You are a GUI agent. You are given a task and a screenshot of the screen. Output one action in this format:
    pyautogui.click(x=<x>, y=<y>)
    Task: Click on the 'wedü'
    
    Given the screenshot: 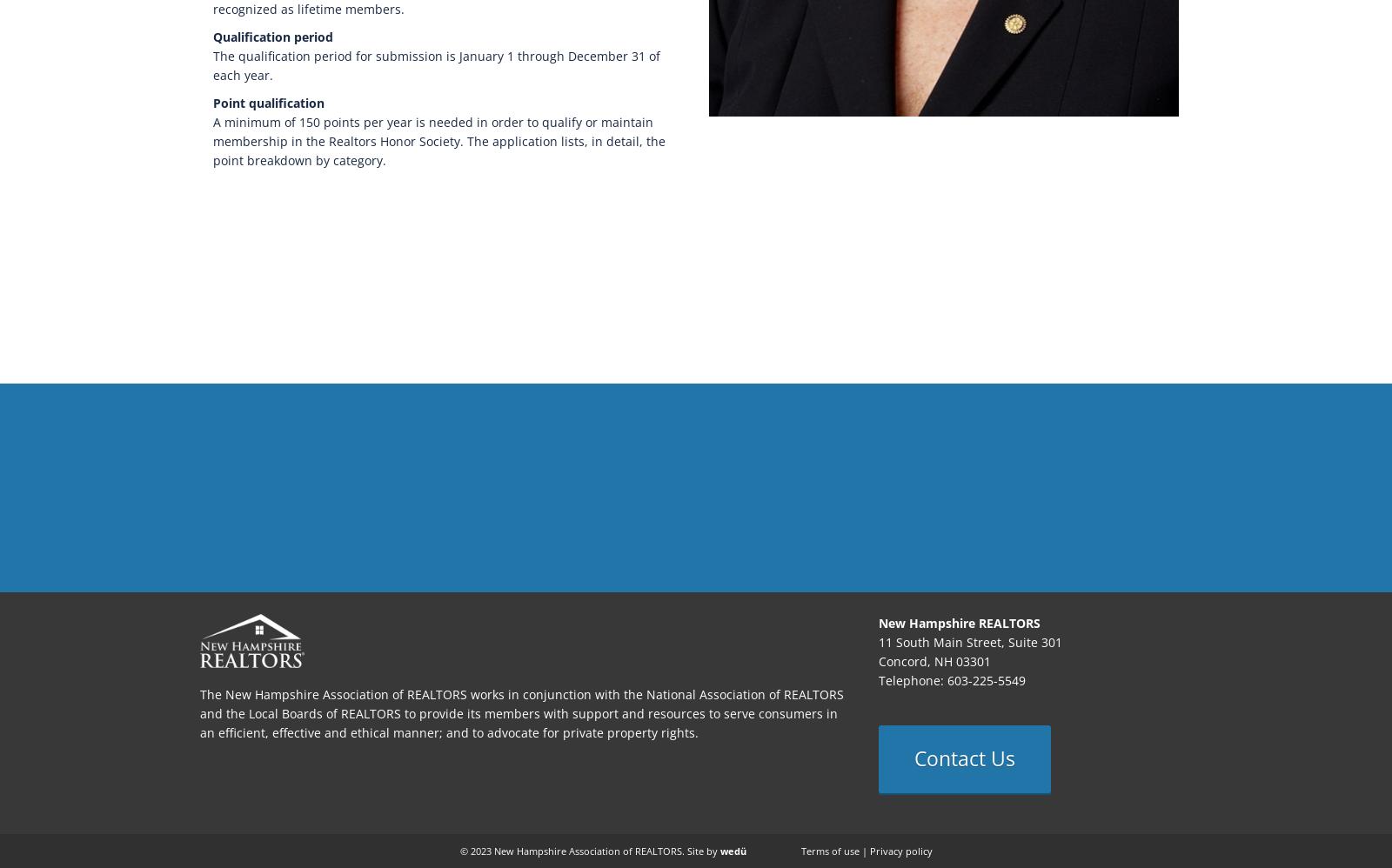 What is the action you would take?
    pyautogui.click(x=731, y=850)
    